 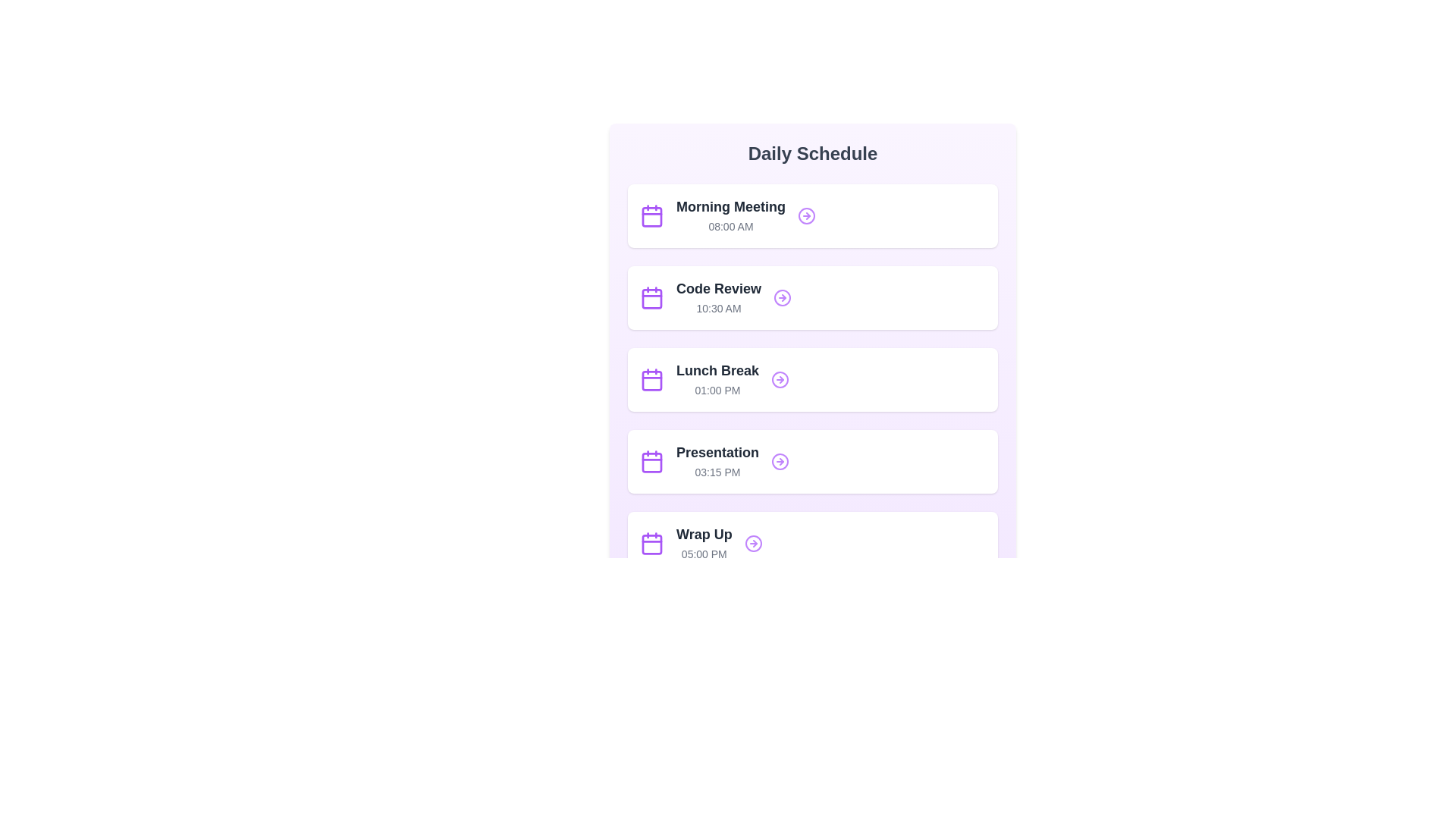 What do you see at coordinates (717, 379) in the screenshot?
I see `schedule information displayed on the Textual Content Card for the lunch break at 01:00 PM, which is the third card in the 'Daily Schedule' list` at bounding box center [717, 379].